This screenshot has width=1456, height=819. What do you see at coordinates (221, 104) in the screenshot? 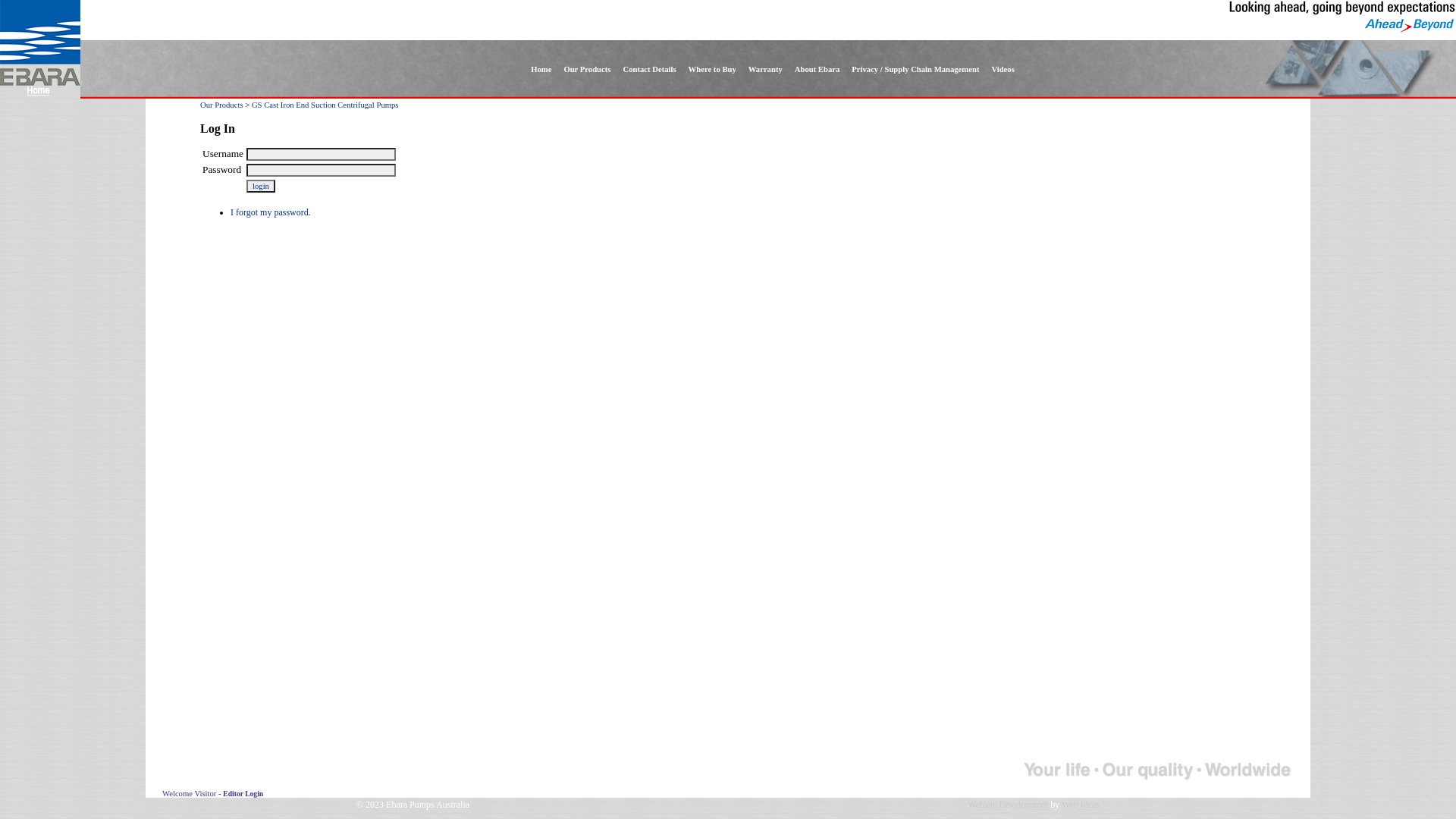
I see `'Our Products'` at bounding box center [221, 104].